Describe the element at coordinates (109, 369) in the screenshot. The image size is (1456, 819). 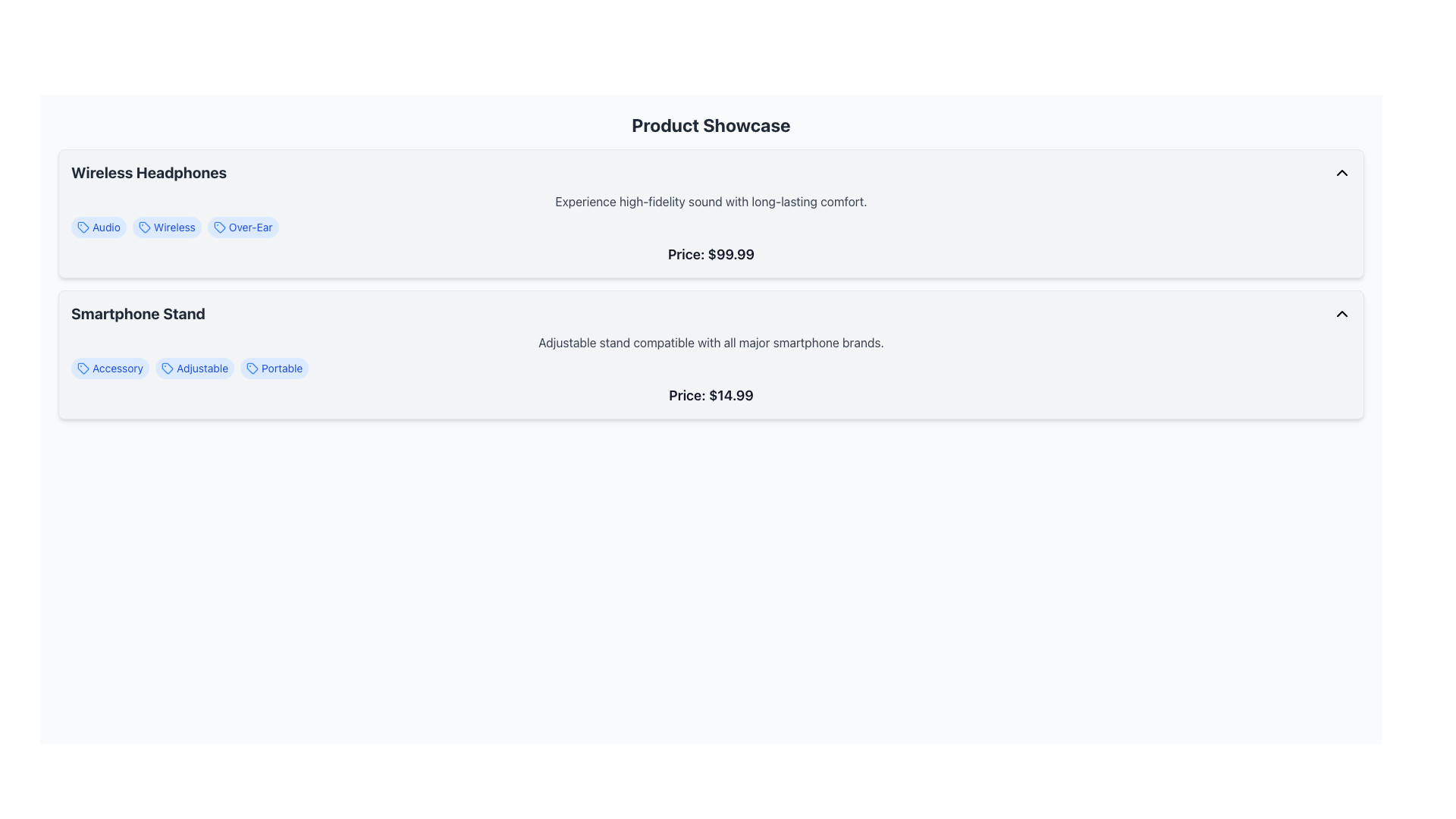
I see `the rounded rectangle tag labeled 'Accessory' with a blue background` at that location.